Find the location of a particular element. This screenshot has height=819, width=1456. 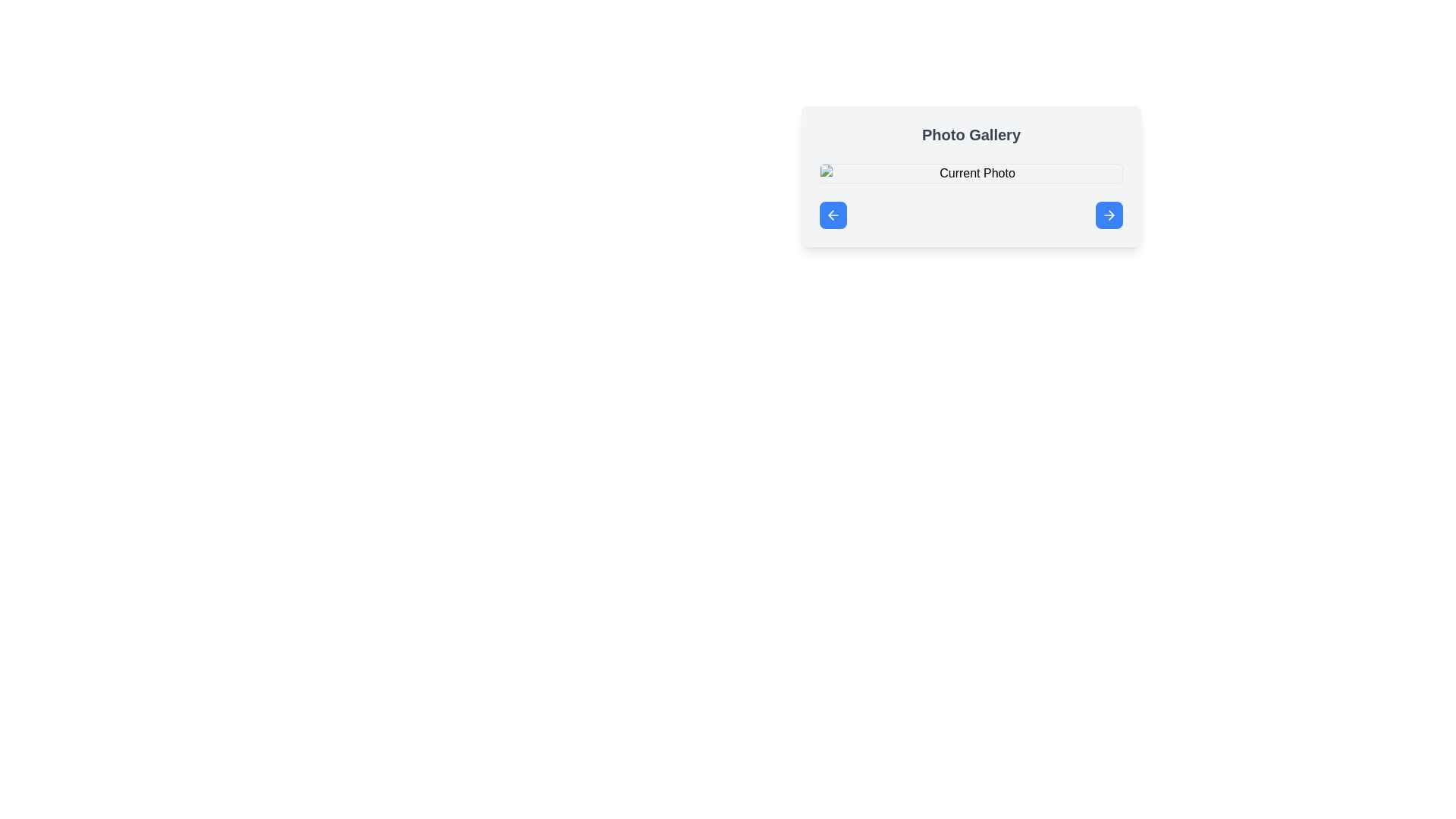

the blue button containing the left-pointing arrow icon located at the bottom left of the 'Photo Gallery' section is located at coordinates (833, 215).